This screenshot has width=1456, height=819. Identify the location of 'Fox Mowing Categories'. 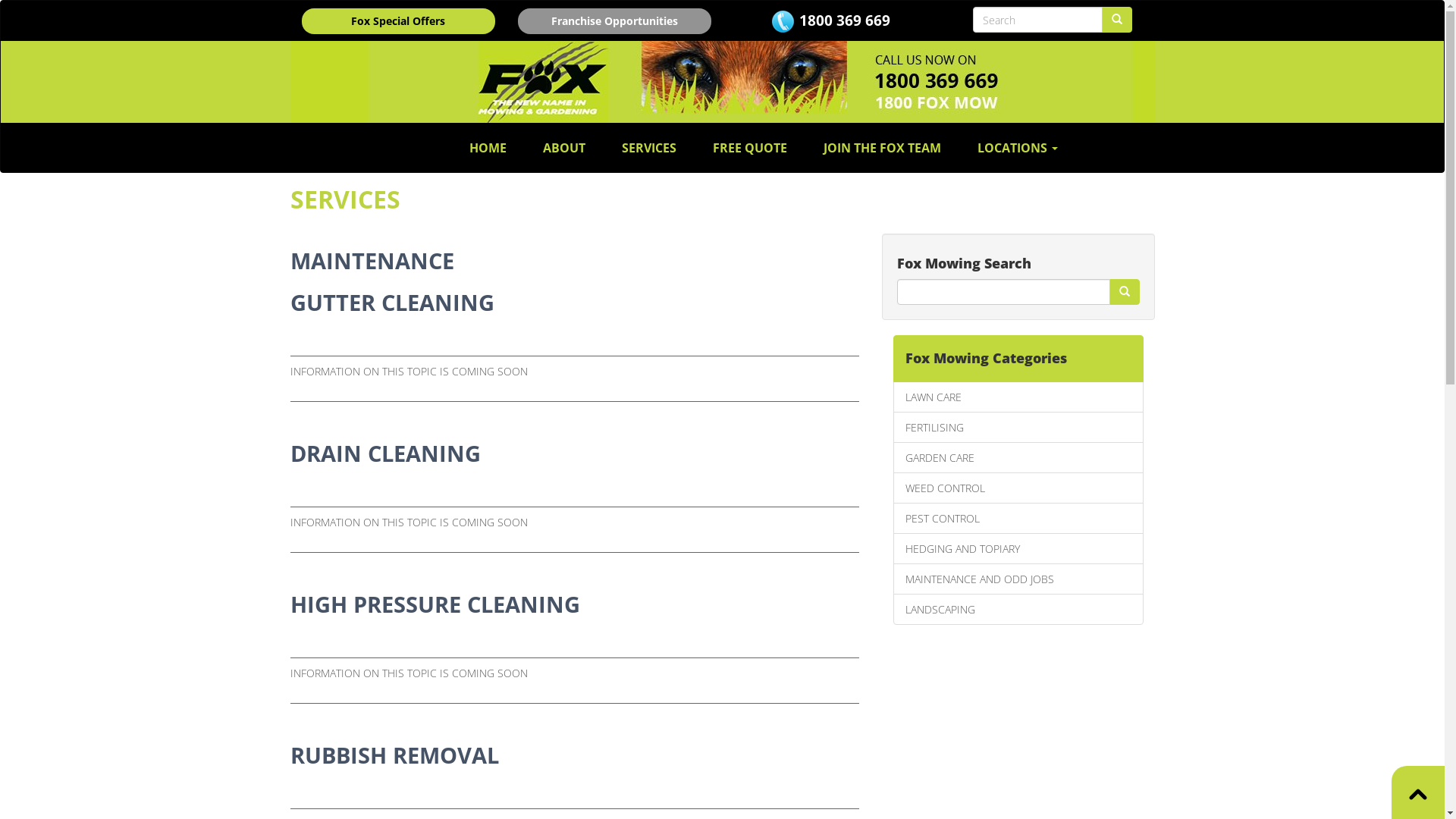
(1018, 359).